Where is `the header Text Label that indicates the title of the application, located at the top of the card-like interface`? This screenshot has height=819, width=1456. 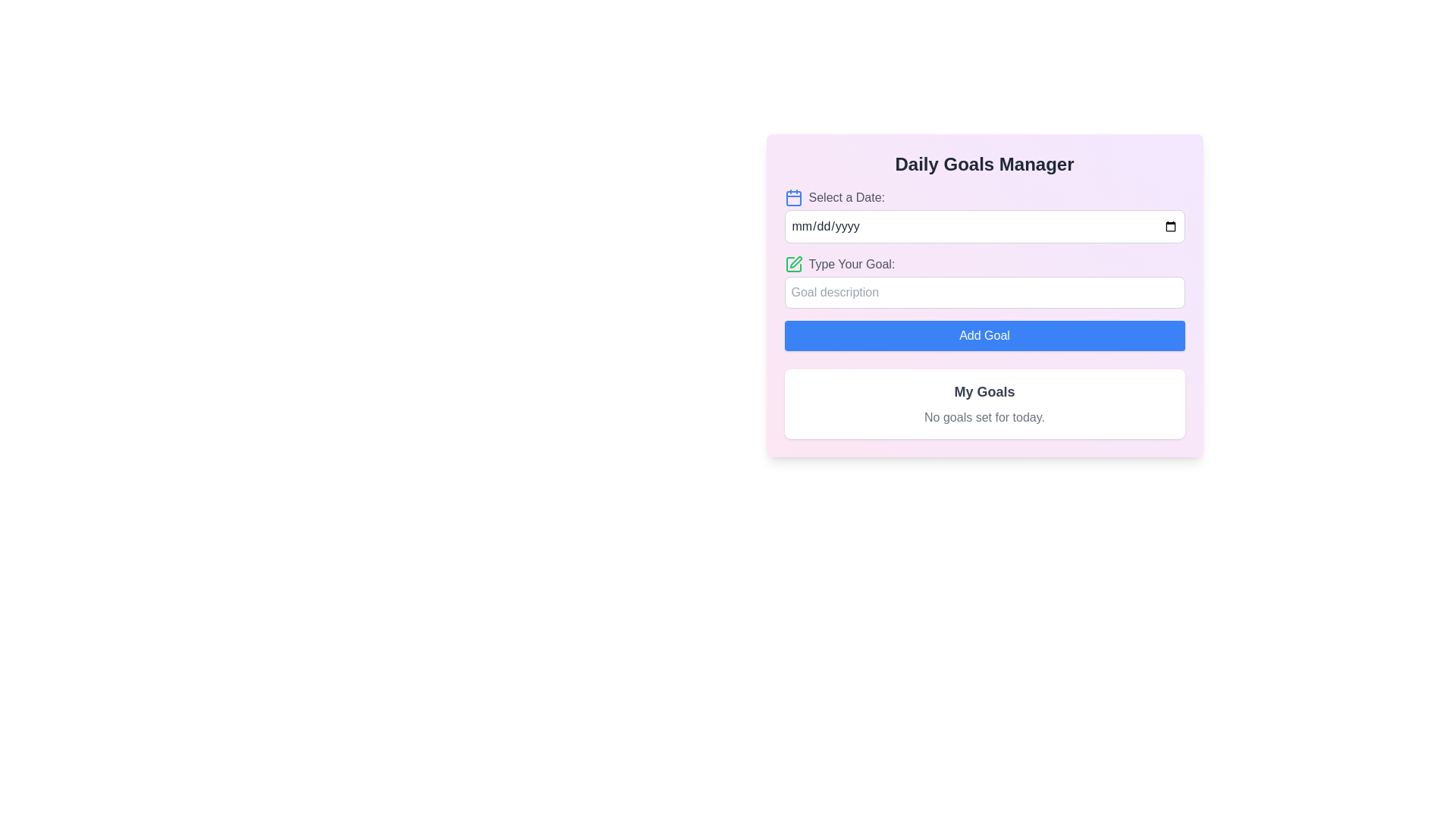 the header Text Label that indicates the title of the application, located at the top of the card-like interface is located at coordinates (984, 164).